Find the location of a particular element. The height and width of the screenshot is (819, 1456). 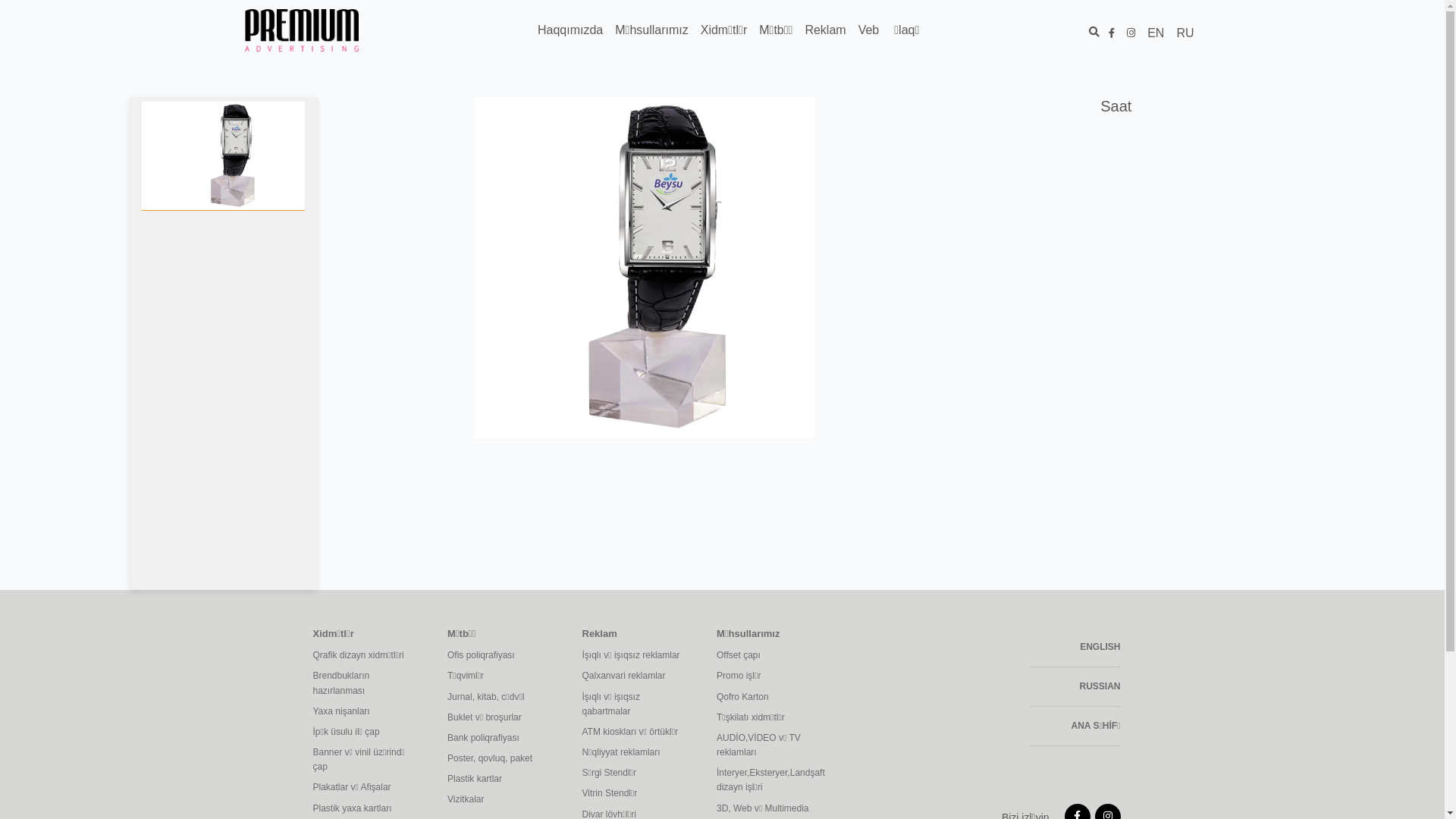

'Vizitkalar' is located at coordinates (447, 799).